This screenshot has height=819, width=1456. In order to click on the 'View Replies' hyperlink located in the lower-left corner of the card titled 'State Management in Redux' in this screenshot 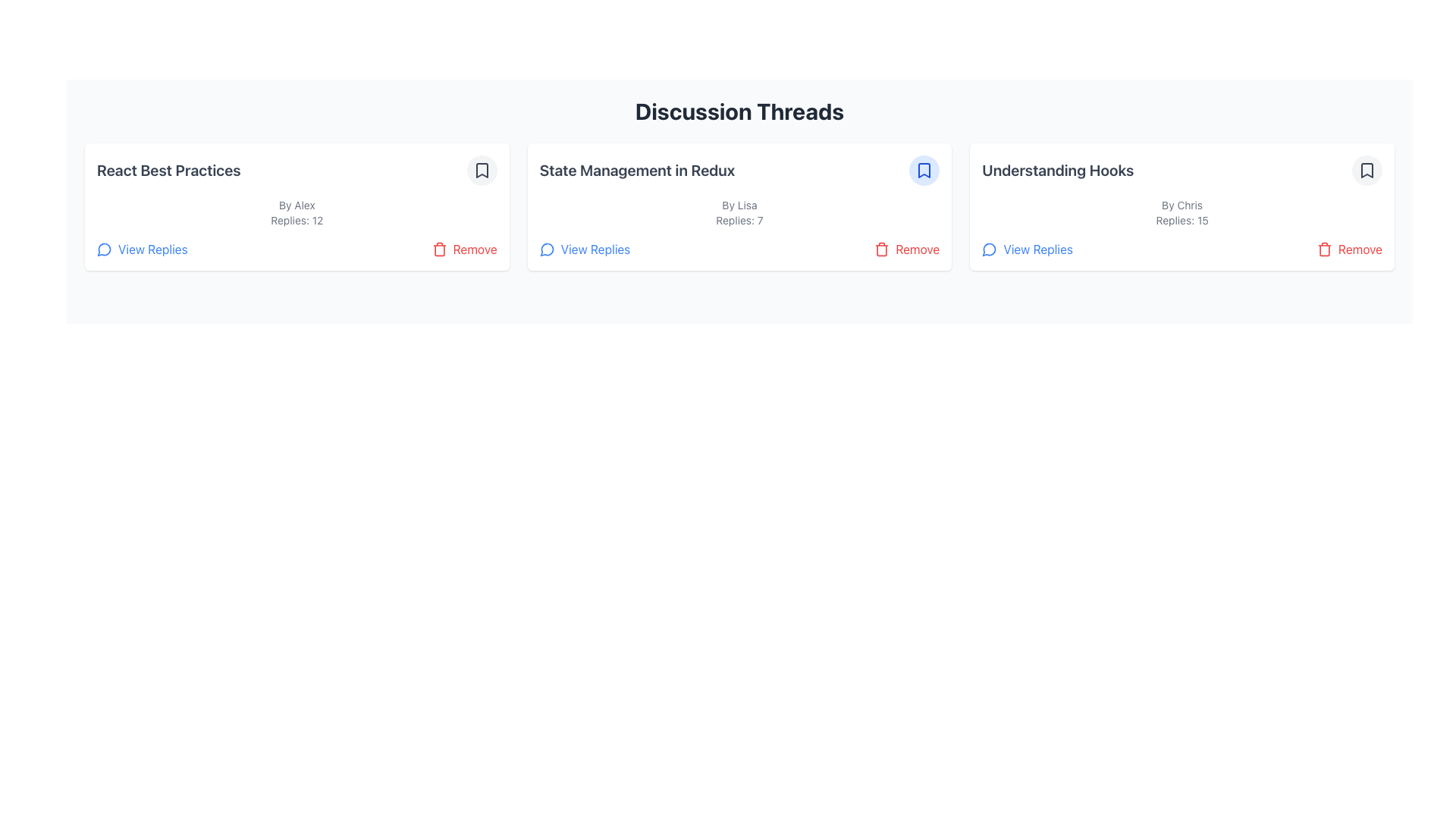, I will do `click(595, 248)`.